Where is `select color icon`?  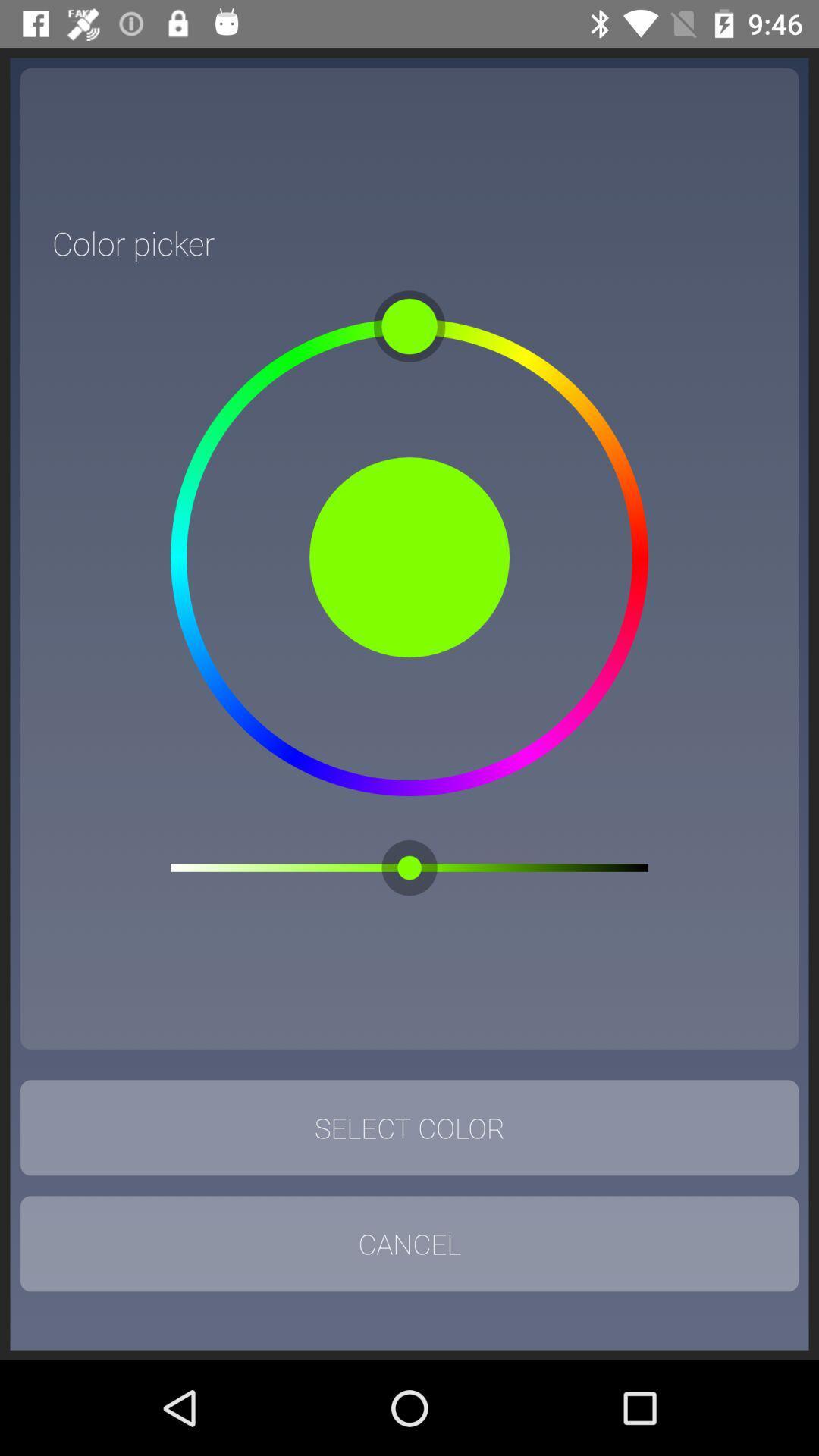 select color icon is located at coordinates (409, 1128).